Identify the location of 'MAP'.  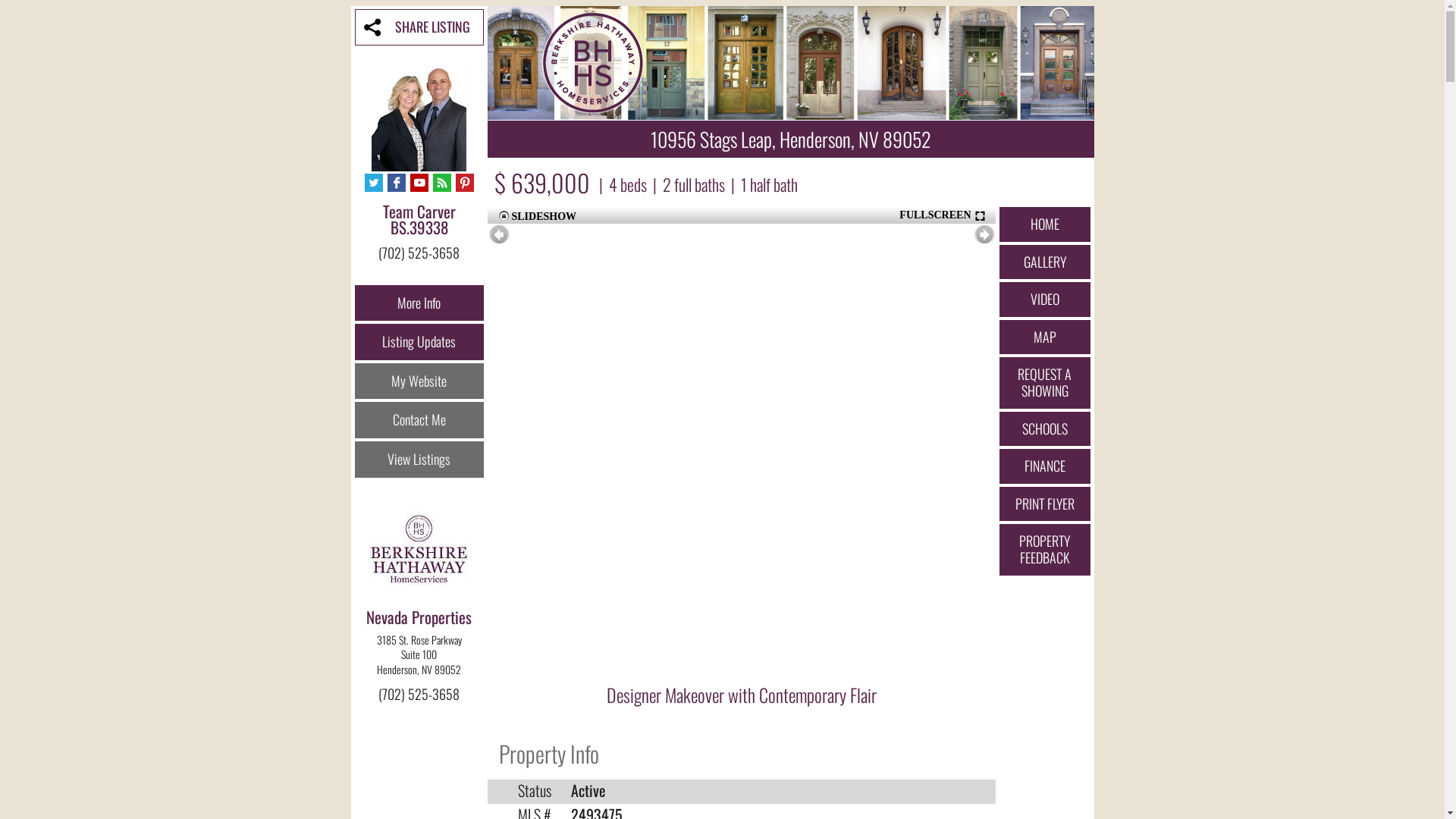
(1043, 336).